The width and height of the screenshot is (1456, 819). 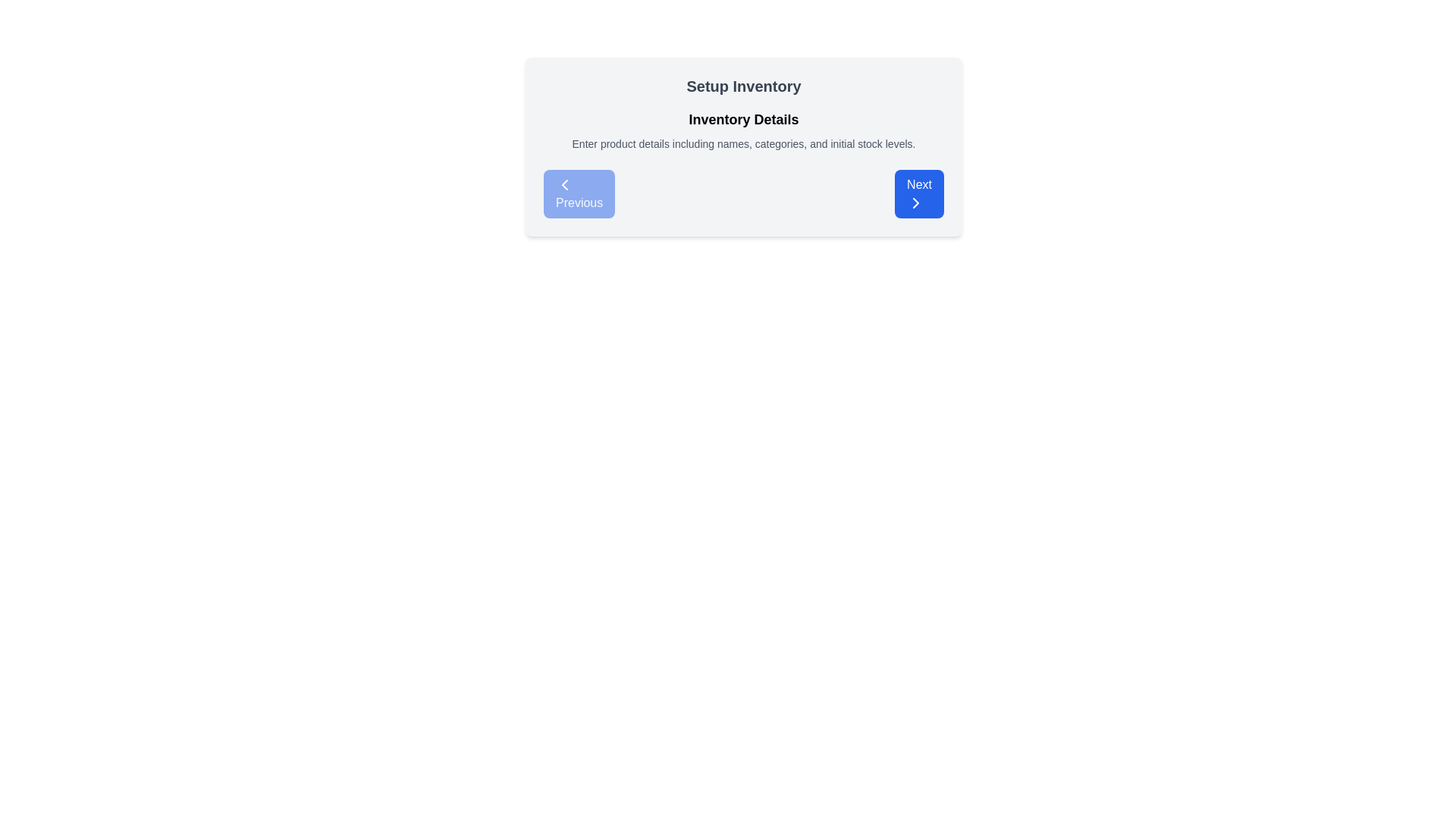 What do you see at coordinates (743, 130) in the screenshot?
I see `the 'Inventory Details' text display element, which shows instructions for entering product details, located below the 'Setup Inventory' heading and above the navigation buttons` at bounding box center [743, 130].